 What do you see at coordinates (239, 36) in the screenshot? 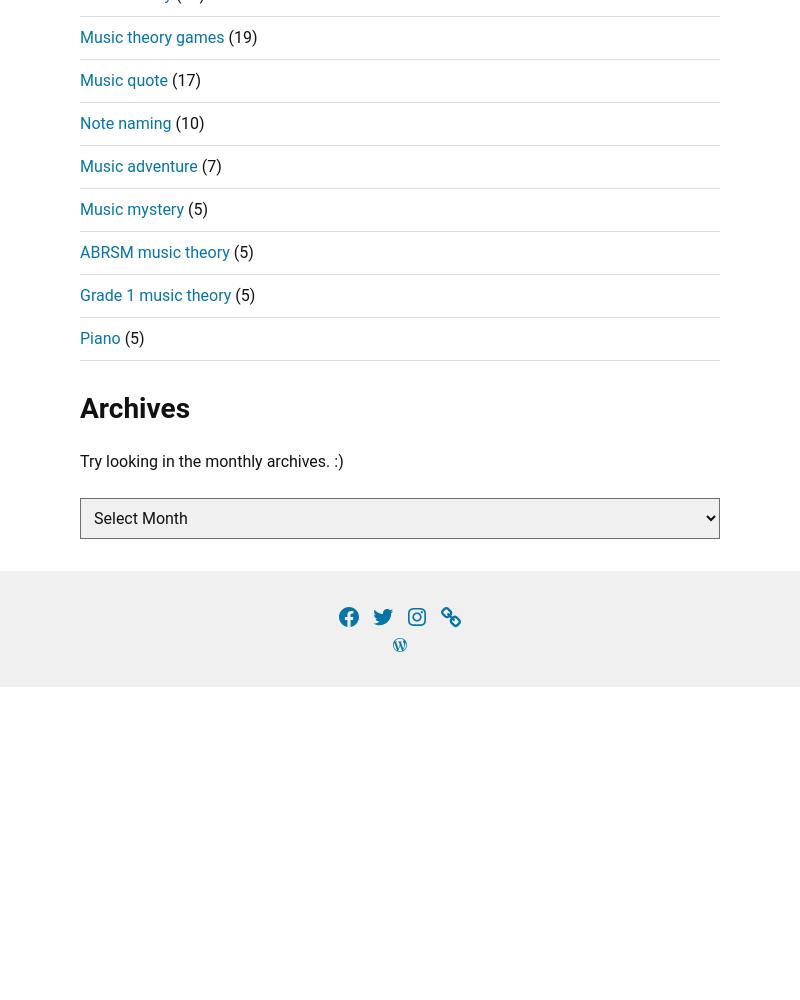
I see `'(19)'` at bounding box center [239, 36].